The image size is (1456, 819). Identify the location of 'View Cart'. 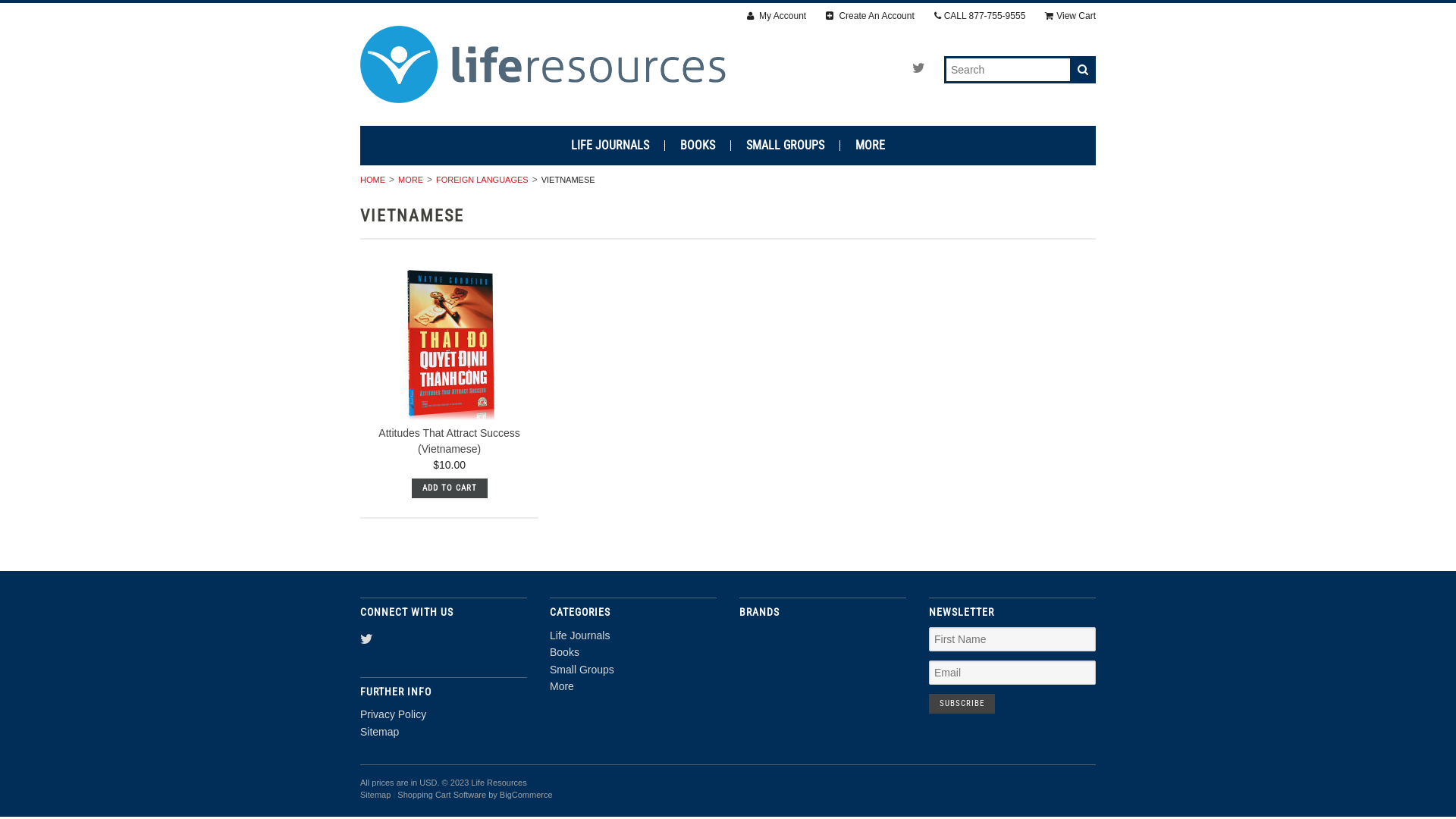
(1069, 16).